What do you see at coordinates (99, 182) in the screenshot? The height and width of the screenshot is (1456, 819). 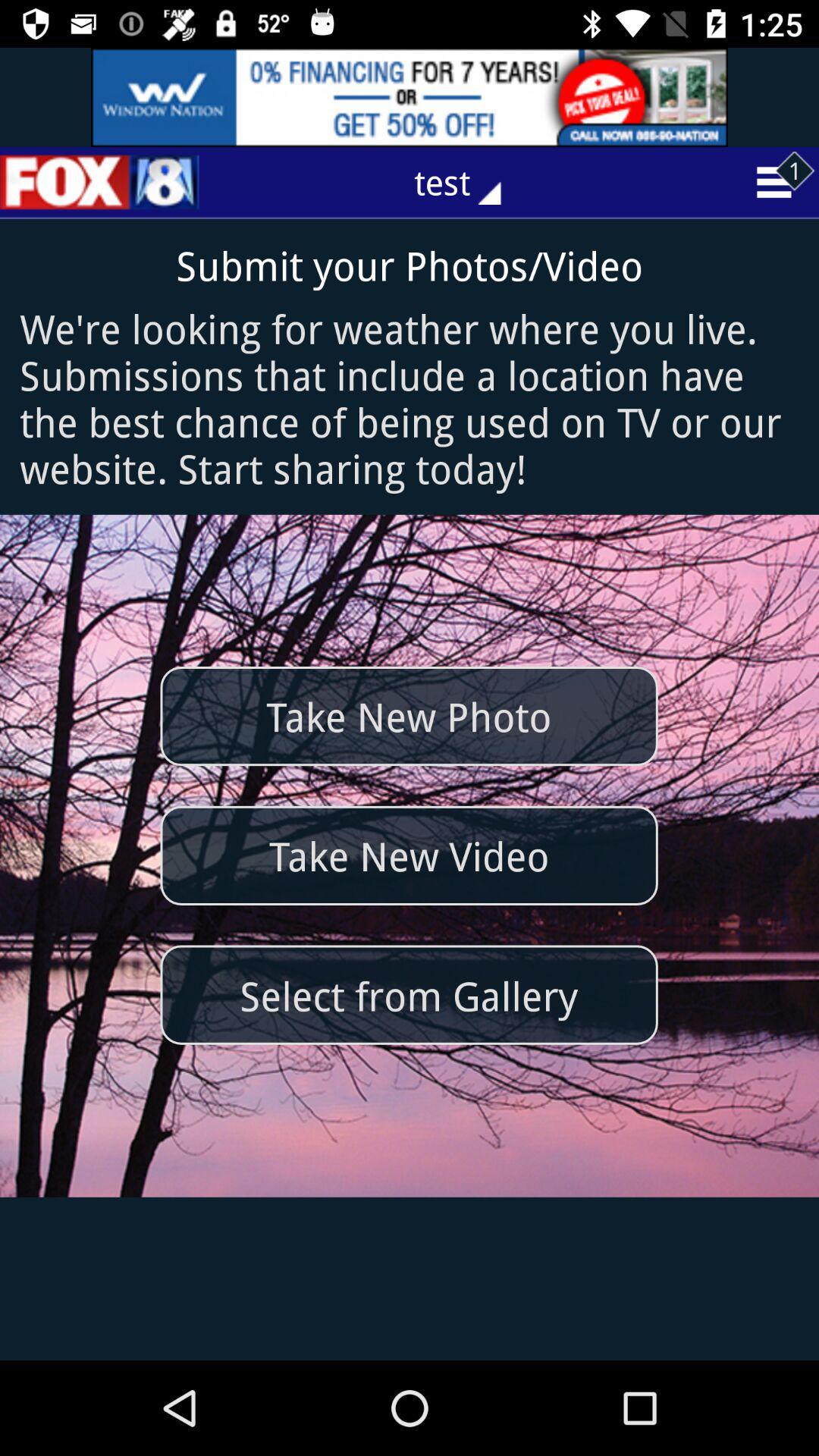 I see `the sliders icon` at bounding box center [99, 182].